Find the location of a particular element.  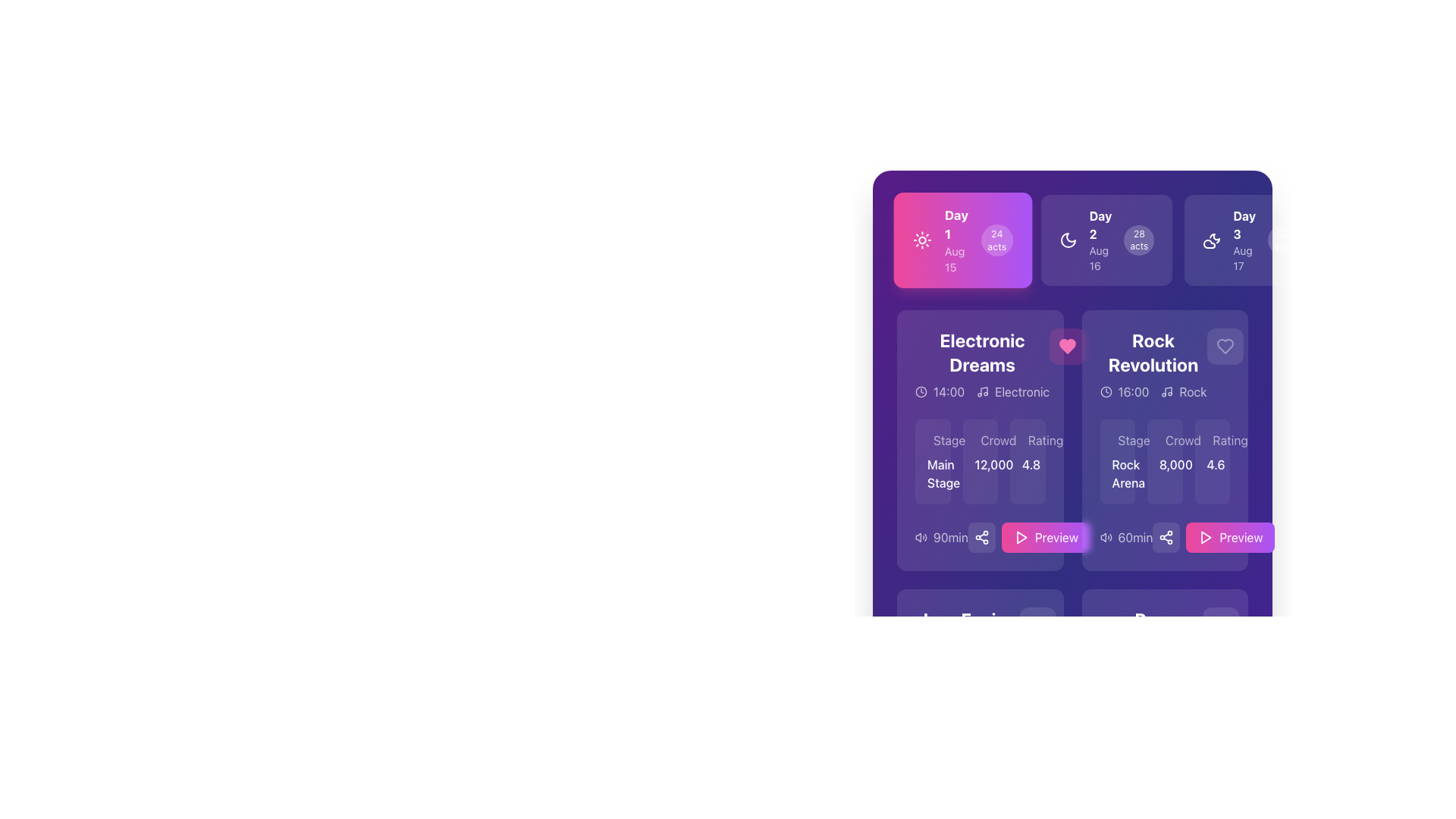

the Rock genre icon located in the top-right section of the 'Rock Revolution' card, which precedes the text 'Rock' is located at coordinates (1166, 391).